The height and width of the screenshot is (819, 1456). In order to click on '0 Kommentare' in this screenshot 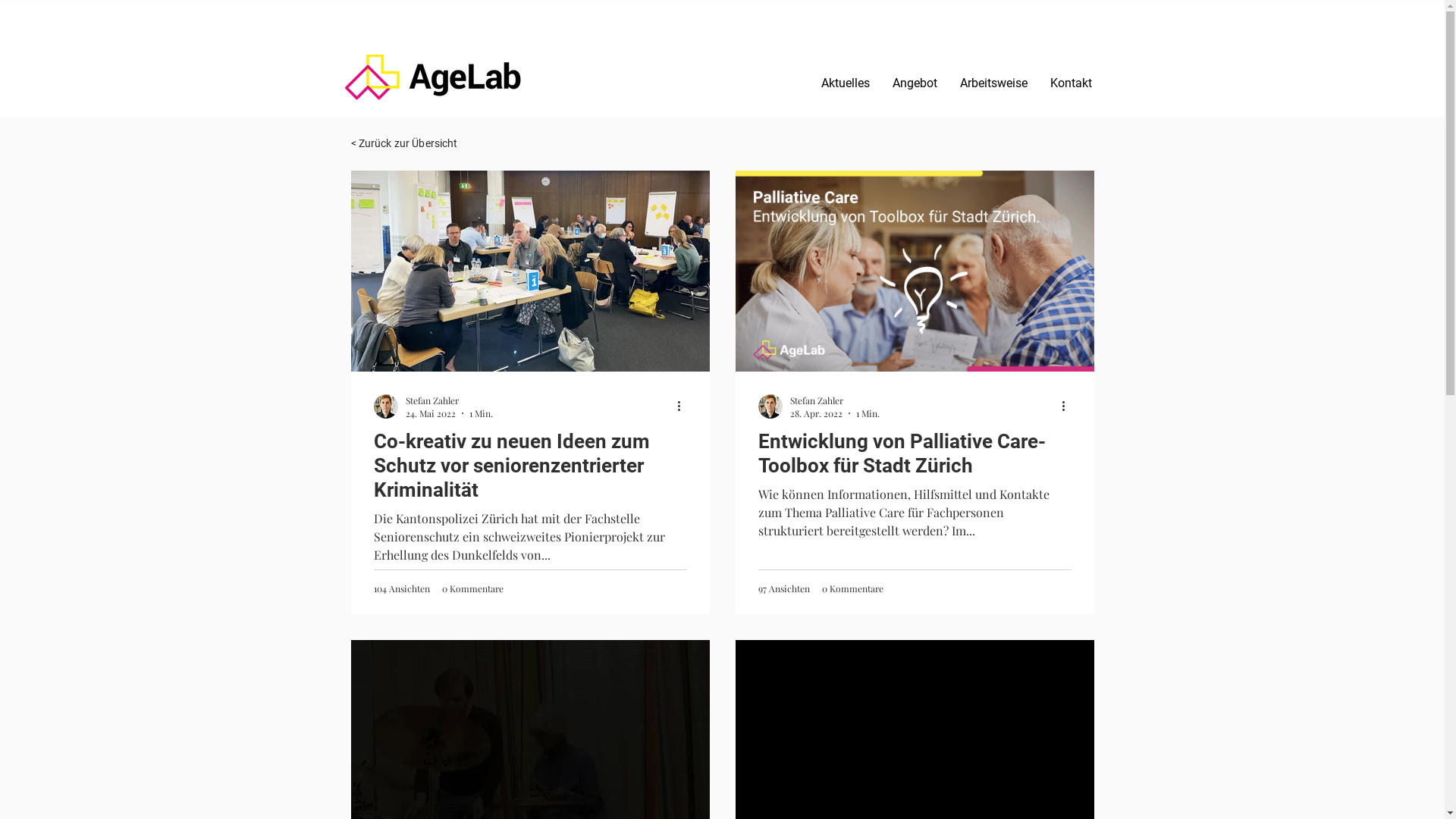, I will do `click(471, 587)`.